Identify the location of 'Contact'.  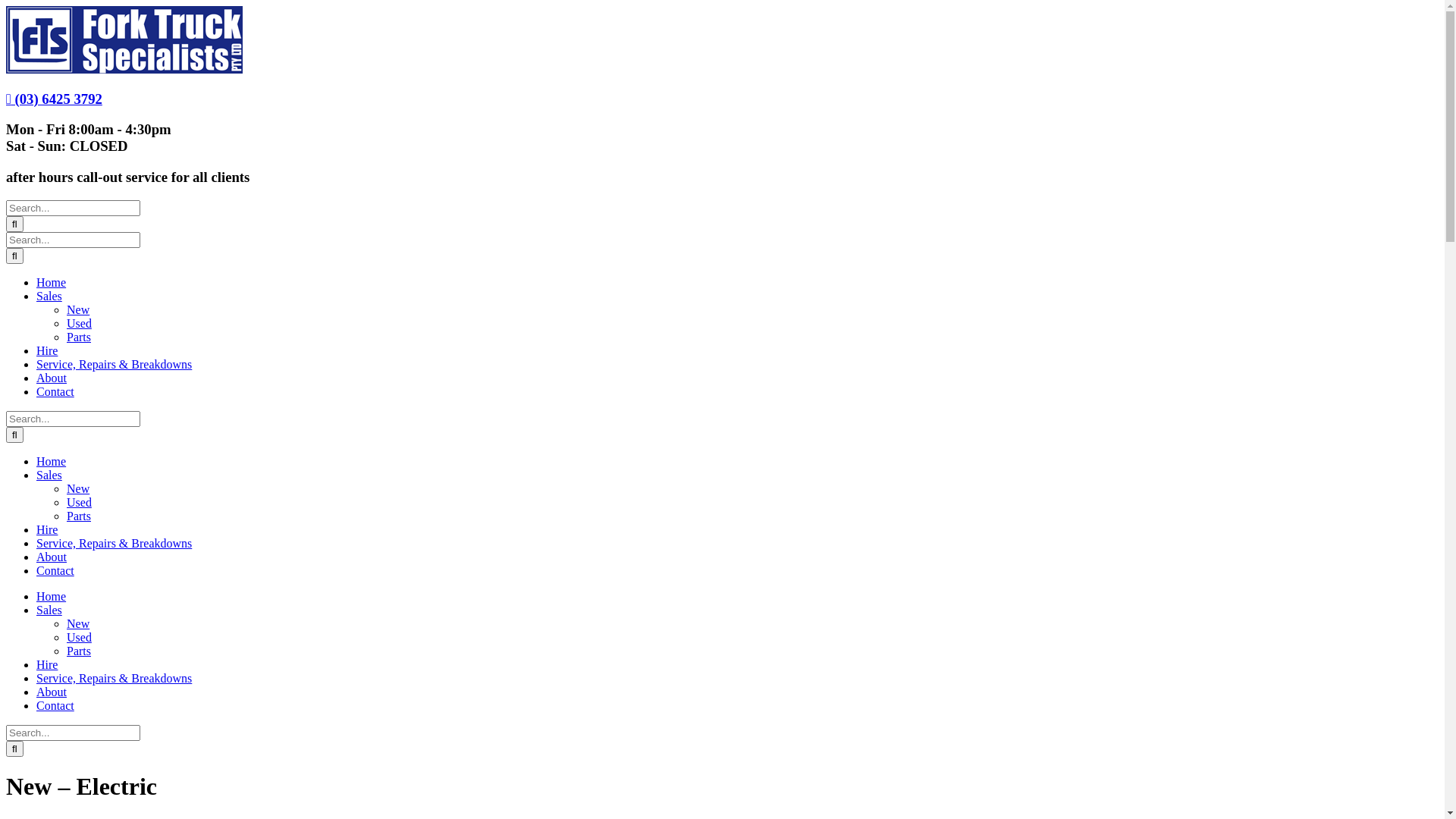
(55, 705).